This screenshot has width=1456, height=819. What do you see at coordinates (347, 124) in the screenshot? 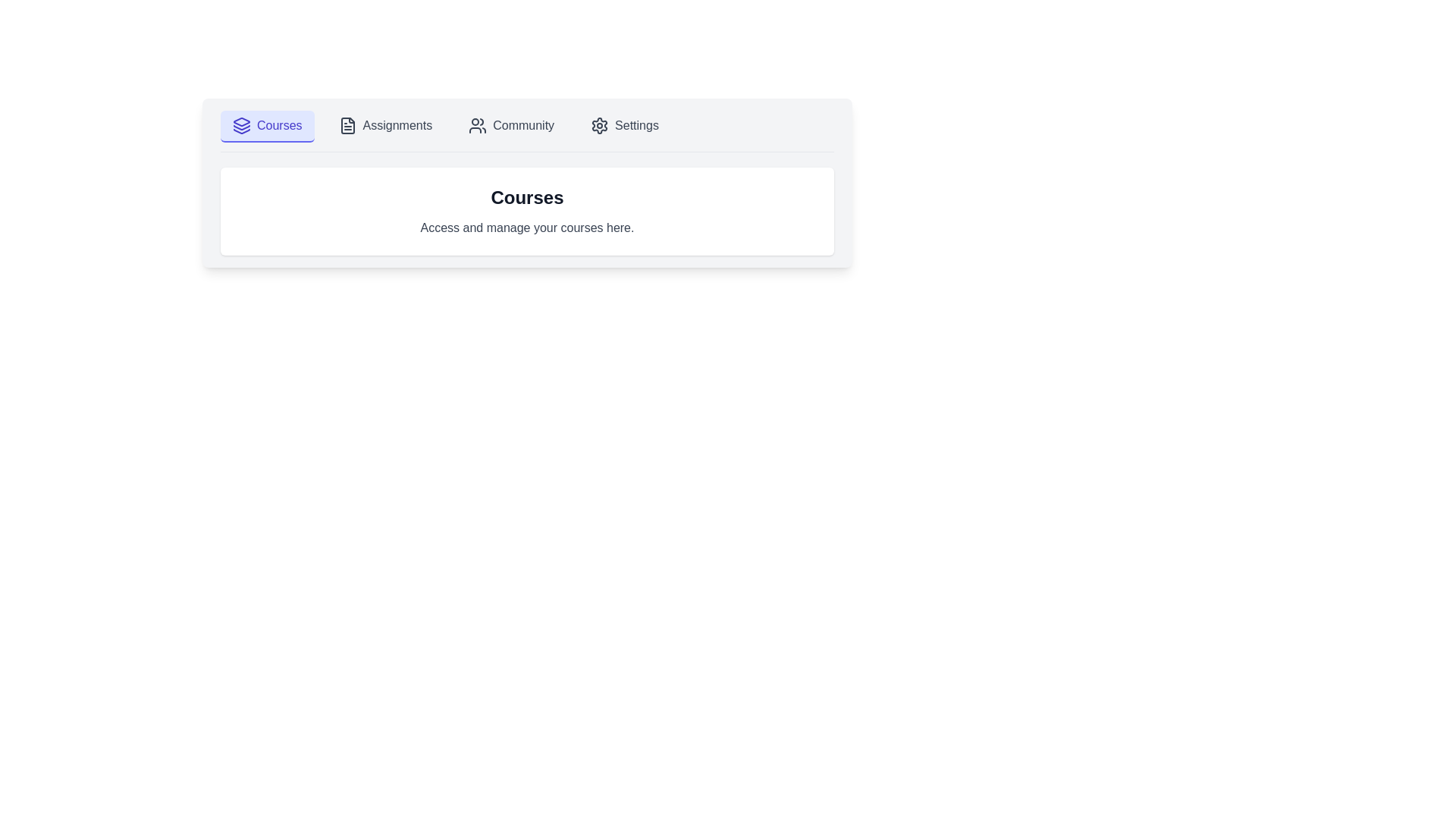
I see `the document icon located to the left of the 'Assignments' button in the navigation bar, characterized by its simplistic outline style and text lines` at bounding box center [347, 124].